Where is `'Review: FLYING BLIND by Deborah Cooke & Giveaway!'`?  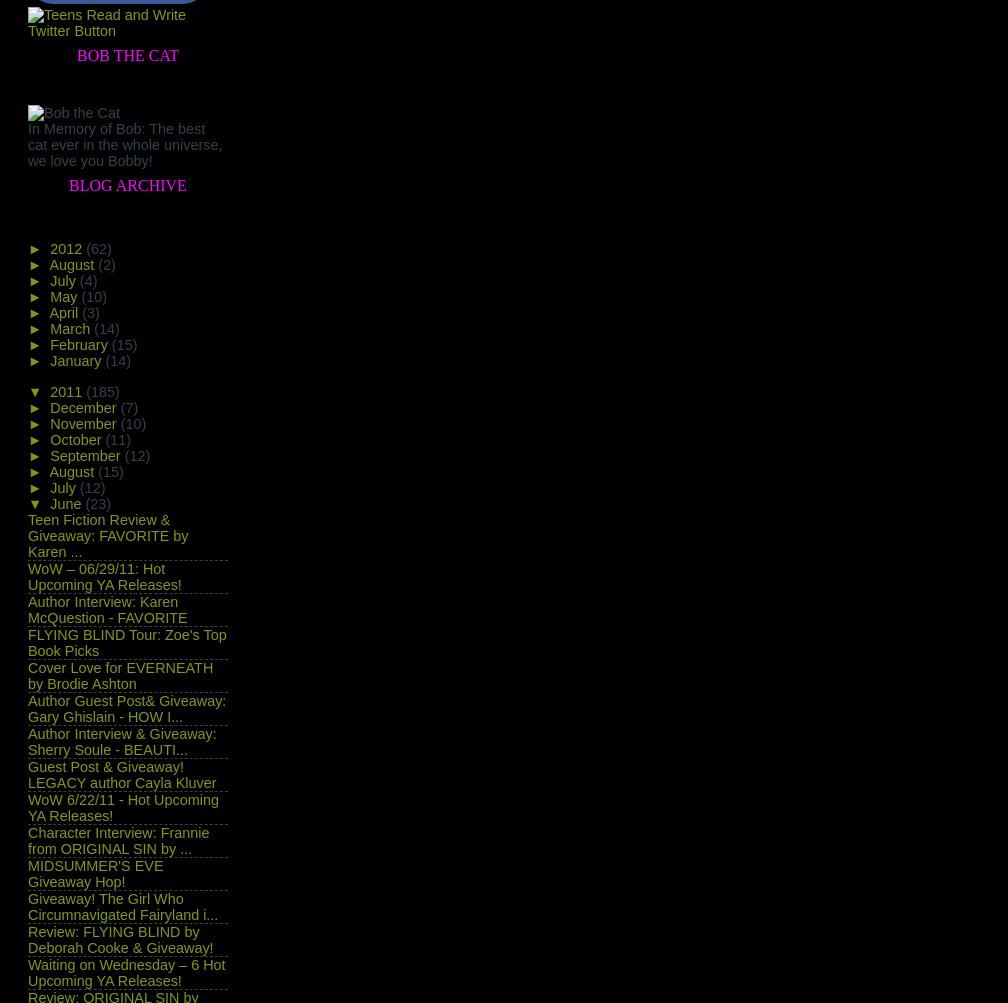 'Review: FLYING BLIND by Deborah Cooke & Giveaway!' is located at coordinates (120, 938).